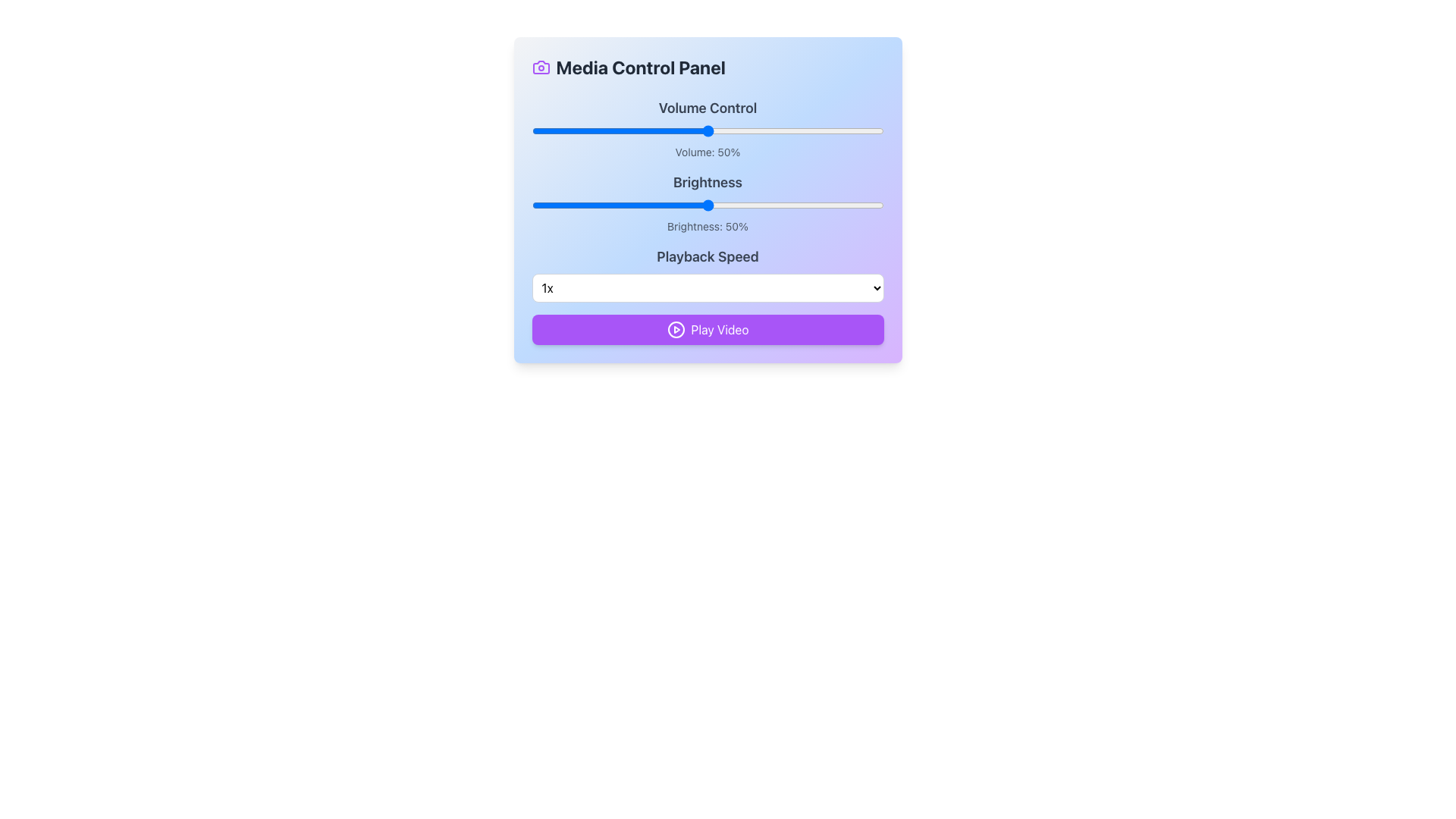  Describe the element at coordinates (707, 275) in the screenshot. I see `the dropdown menu located centrally in the Media Control Panel, which shows '1x' and a downward arrow` at that location.